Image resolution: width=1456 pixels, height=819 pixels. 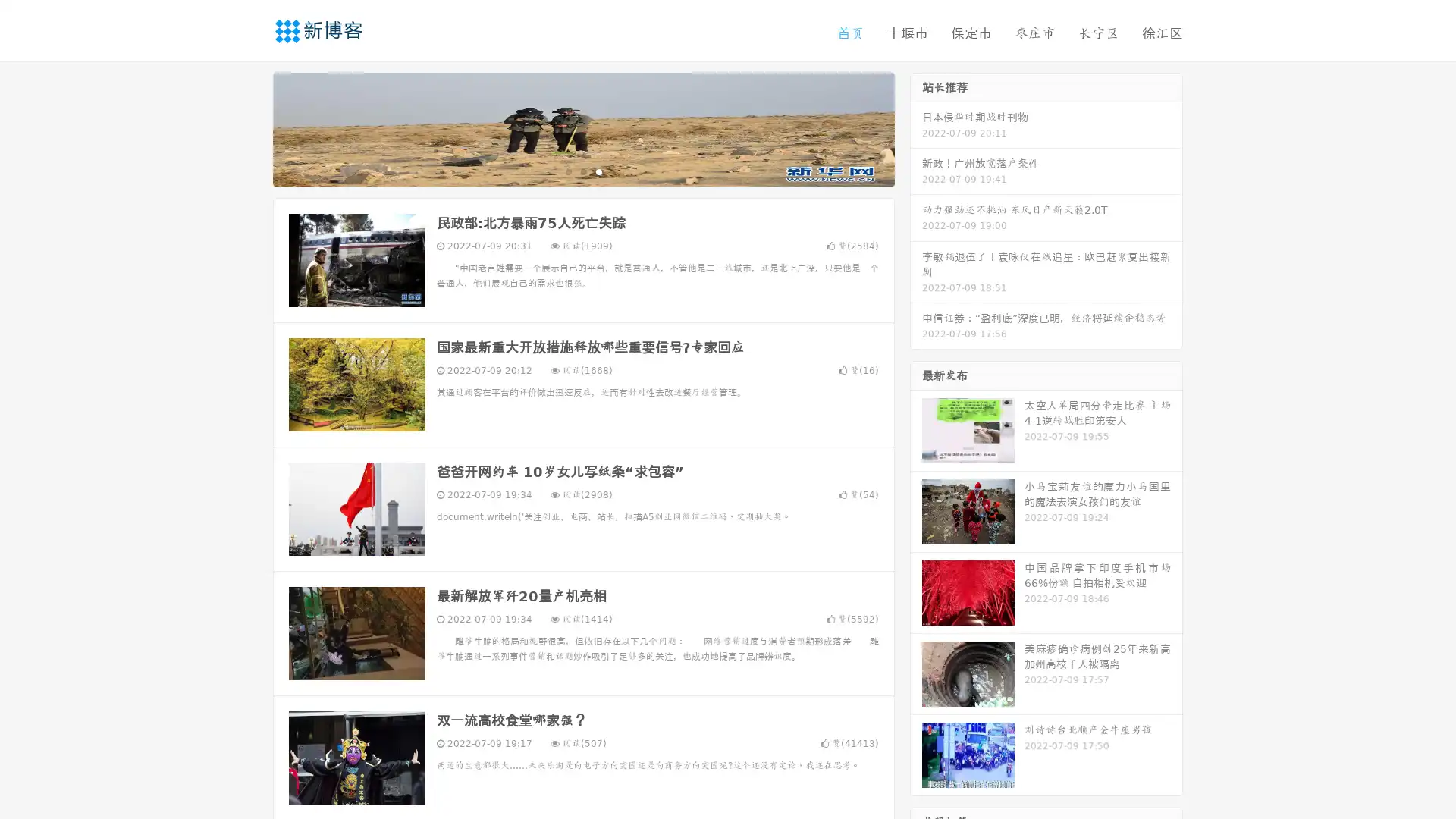 What do you see at coordinates (582, 171) in the screenshot?
I see `Go to slide 2` at bounding box center [582, 171].